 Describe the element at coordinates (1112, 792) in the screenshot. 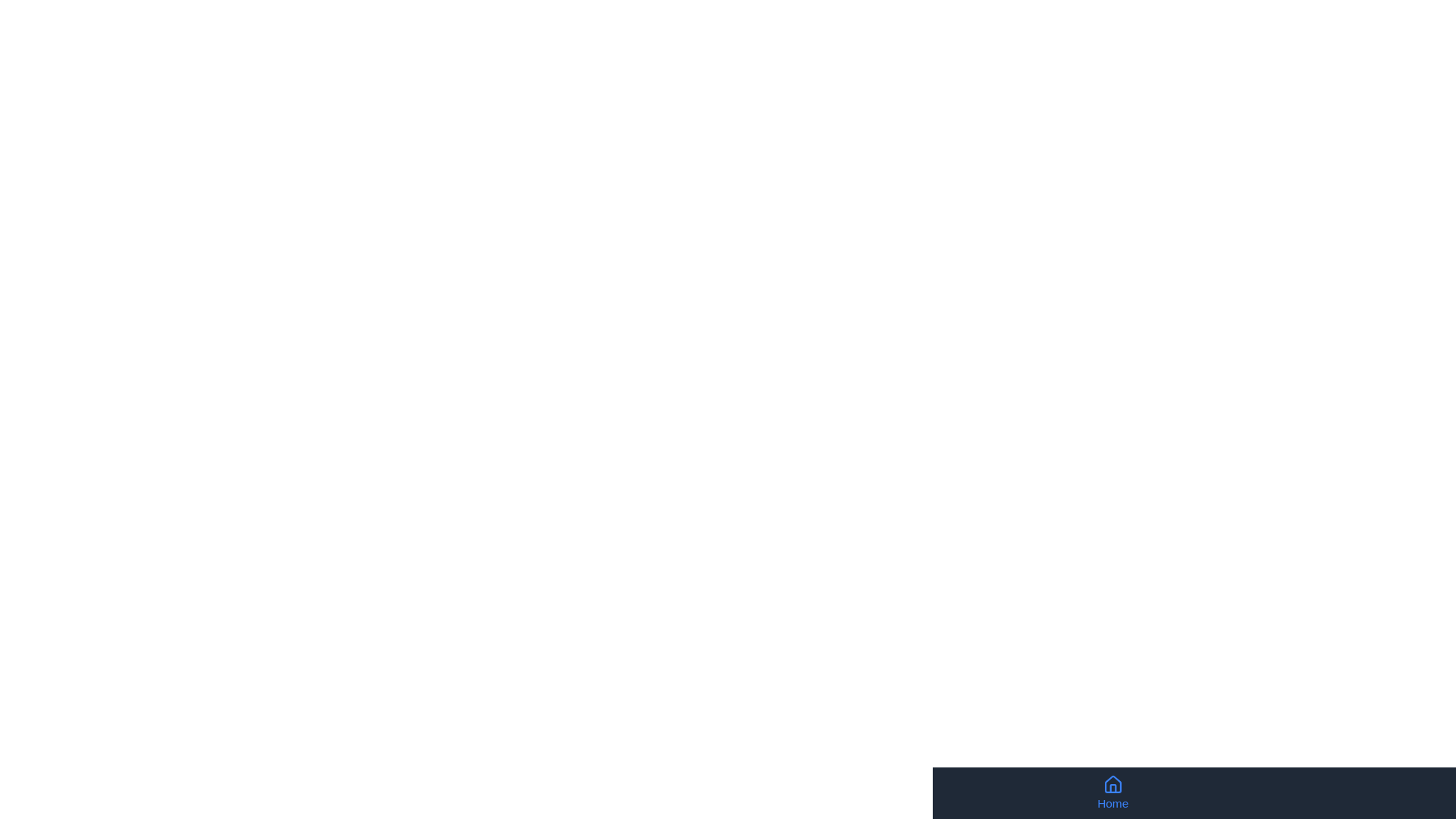

I see `the Home button in the navigation bar` at that location.